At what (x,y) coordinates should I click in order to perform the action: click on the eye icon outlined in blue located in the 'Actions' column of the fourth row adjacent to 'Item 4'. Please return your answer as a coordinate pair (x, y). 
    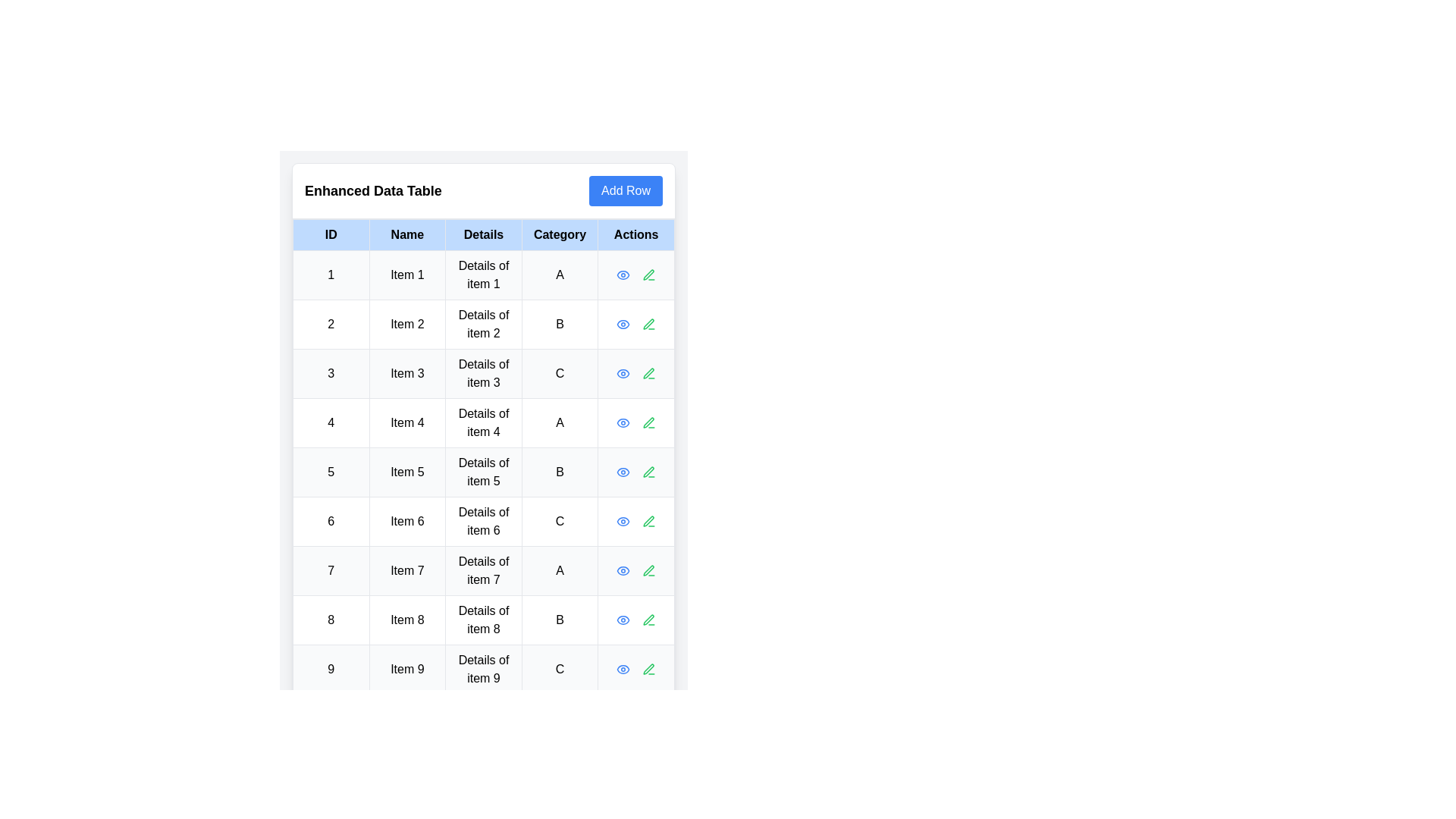
    Looking at the image, I should click on (623, 423).